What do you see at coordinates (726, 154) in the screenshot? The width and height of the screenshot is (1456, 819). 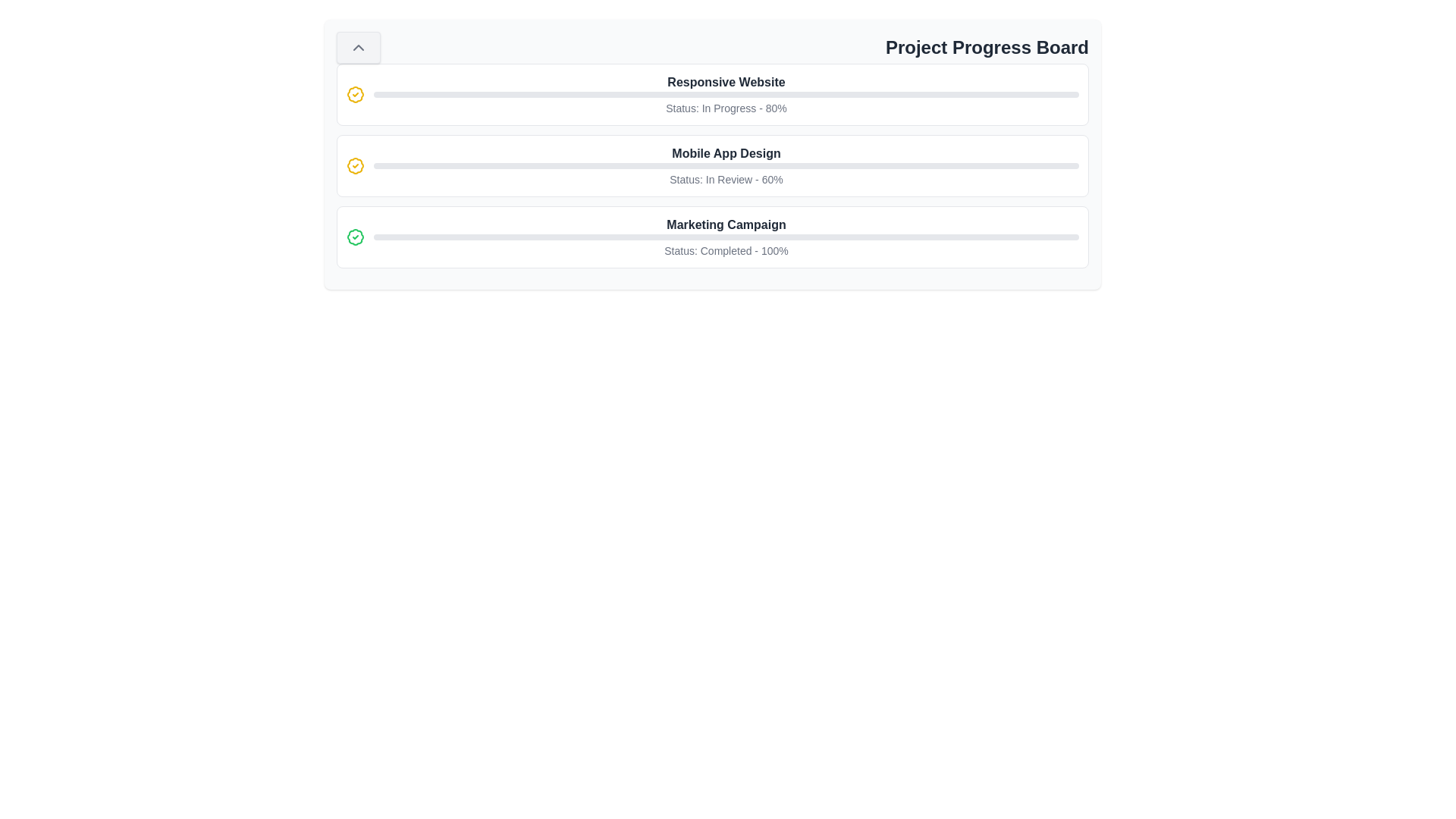 I see `the text label displaying 'Mobile App Design' in bold font and dark gray color, located in the second section of the progress board` at bounding box center [726, 154].